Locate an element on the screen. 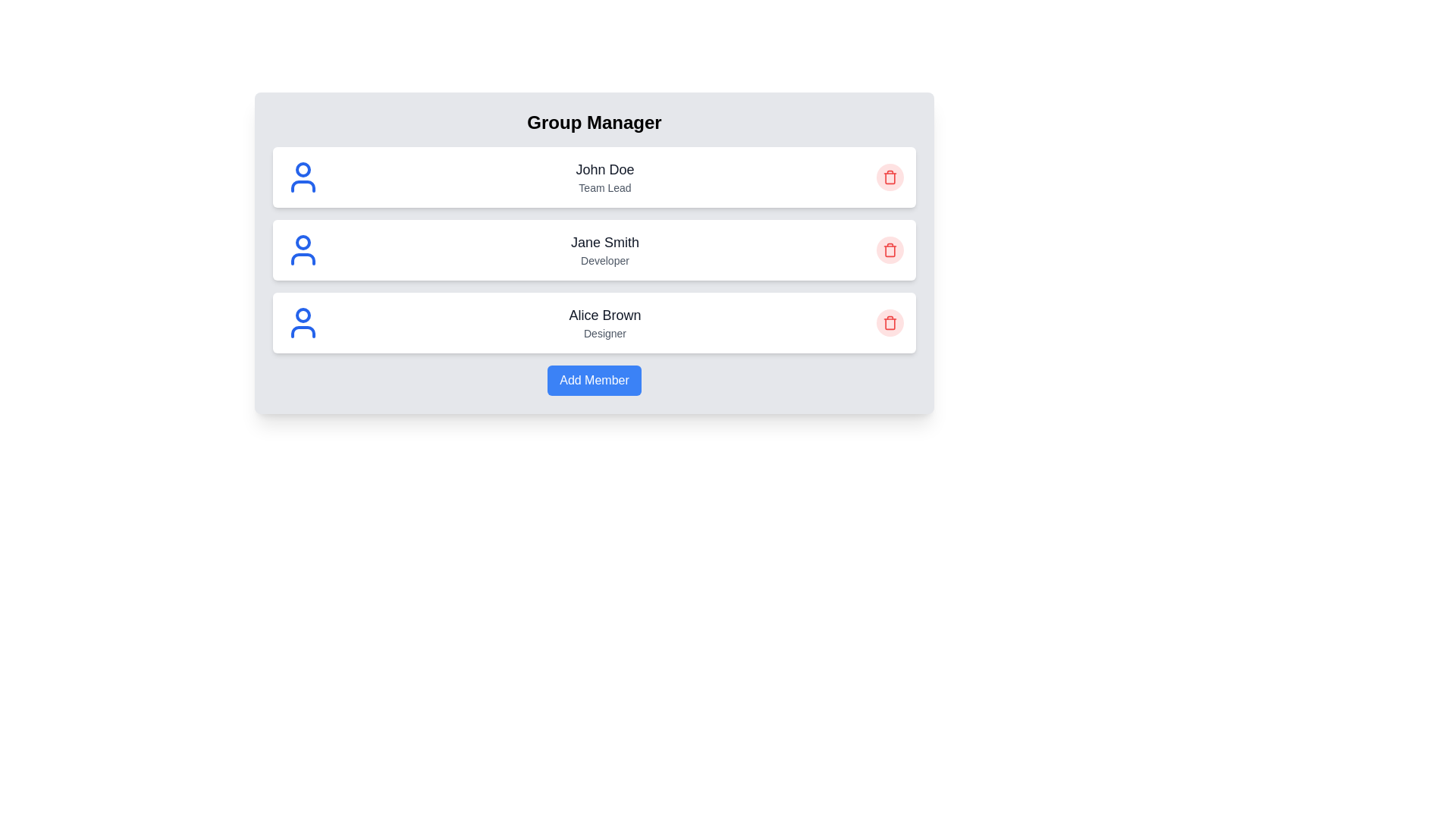 This screenshot has width=1456, height=819. the body of the user icon representing 'Jane Smith', which is located in the second row of user cards is located at coordinates (303, 259).